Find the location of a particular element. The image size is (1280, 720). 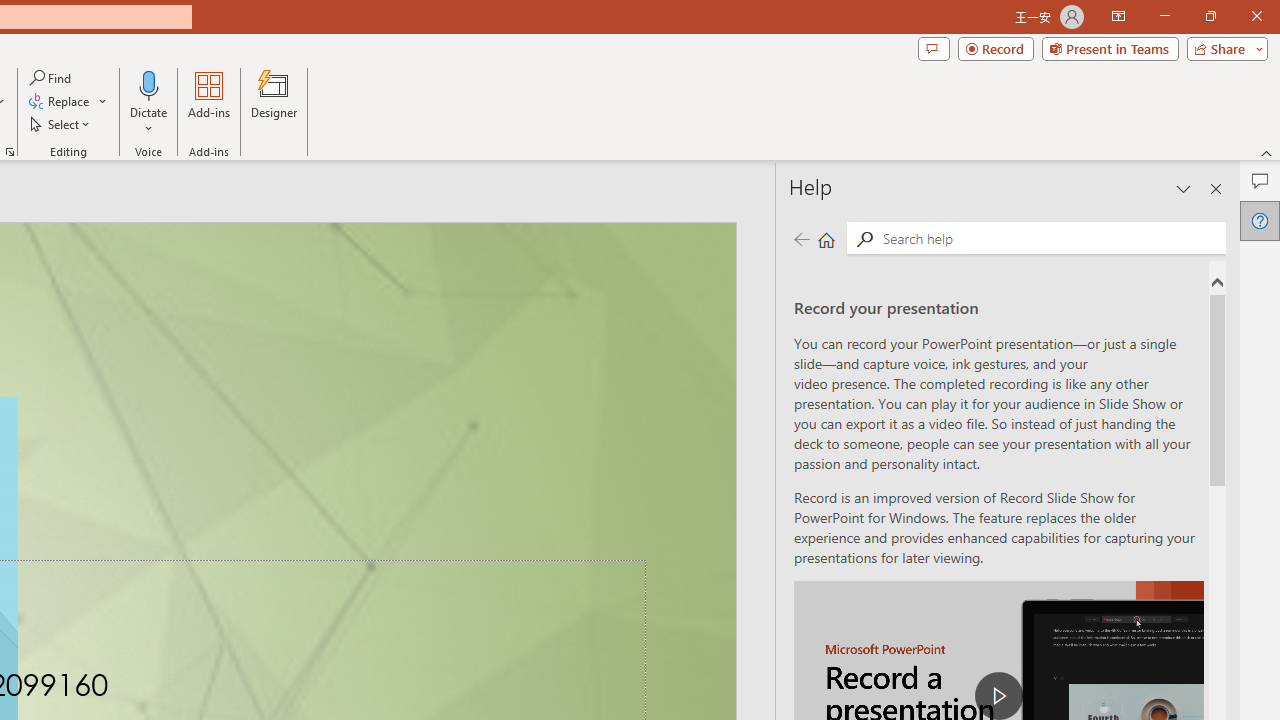

'Find...' is located at coordinates (51, 77).